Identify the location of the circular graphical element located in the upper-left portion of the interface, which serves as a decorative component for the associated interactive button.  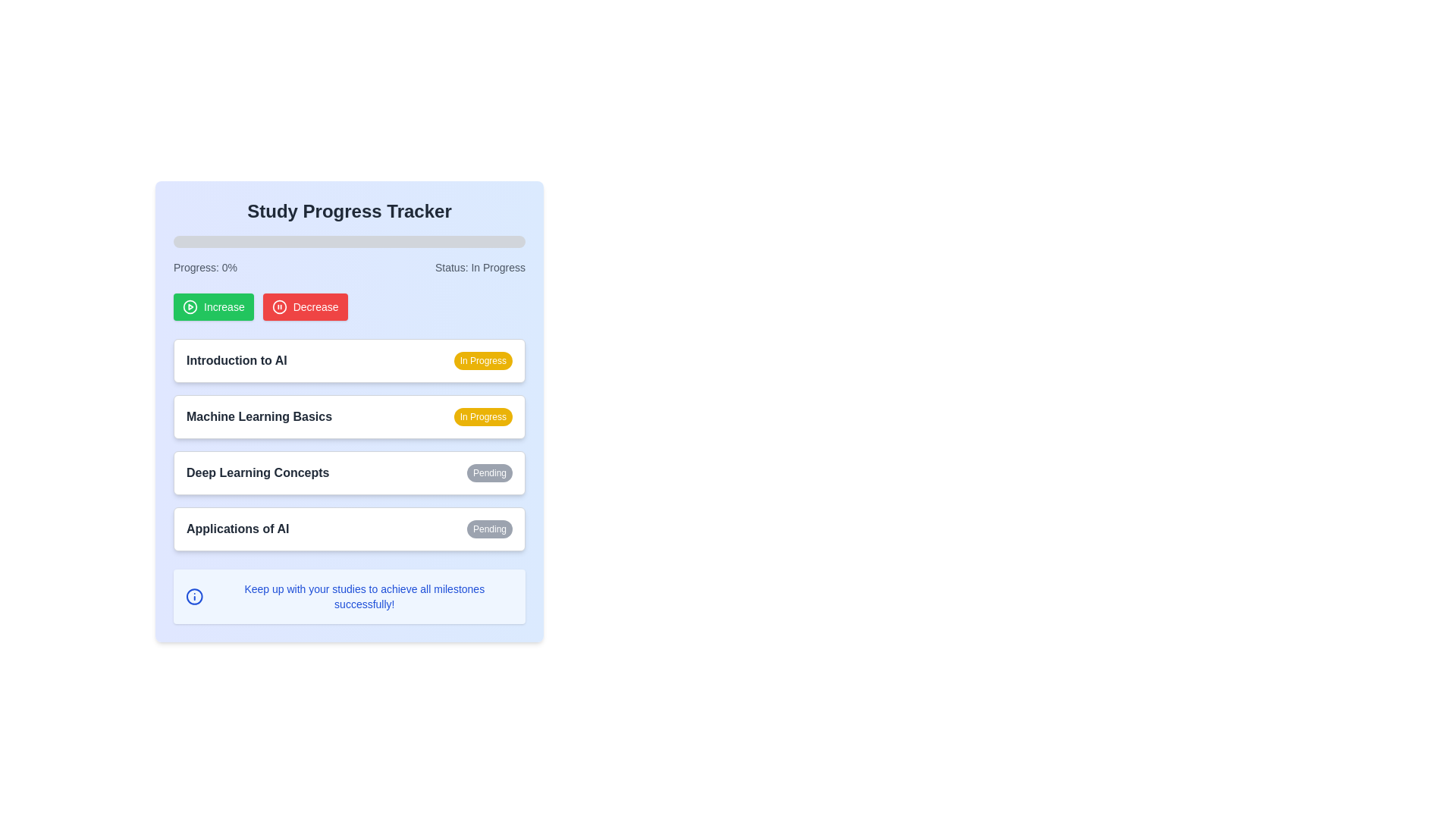
(189, 307).